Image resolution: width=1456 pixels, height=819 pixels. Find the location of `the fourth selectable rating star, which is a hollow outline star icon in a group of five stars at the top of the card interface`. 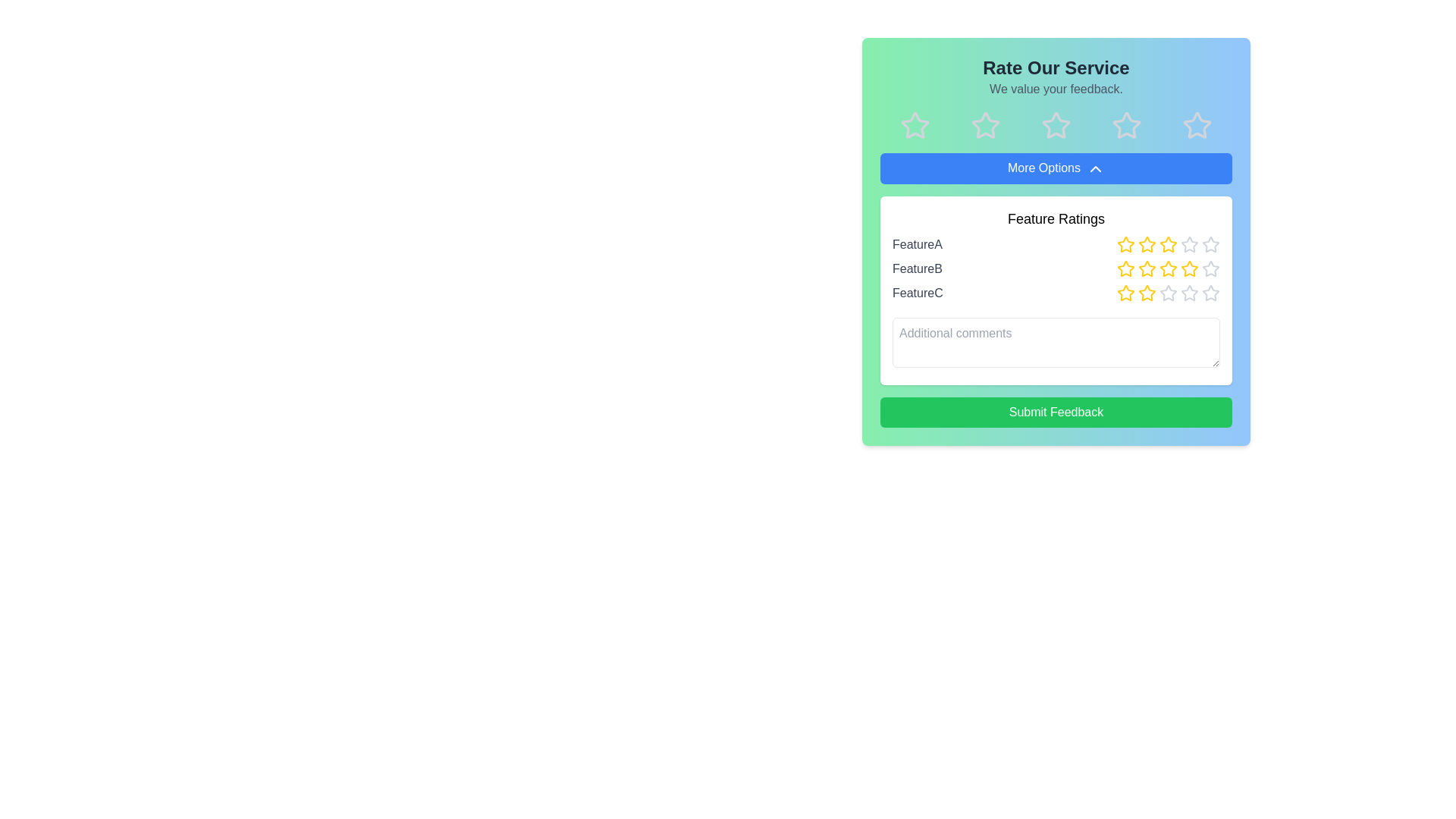

the fourth selectable rating star, which is a hollow outline star icon in a group of five stars at the top of the card interface is located at coordinates (1126, 124).